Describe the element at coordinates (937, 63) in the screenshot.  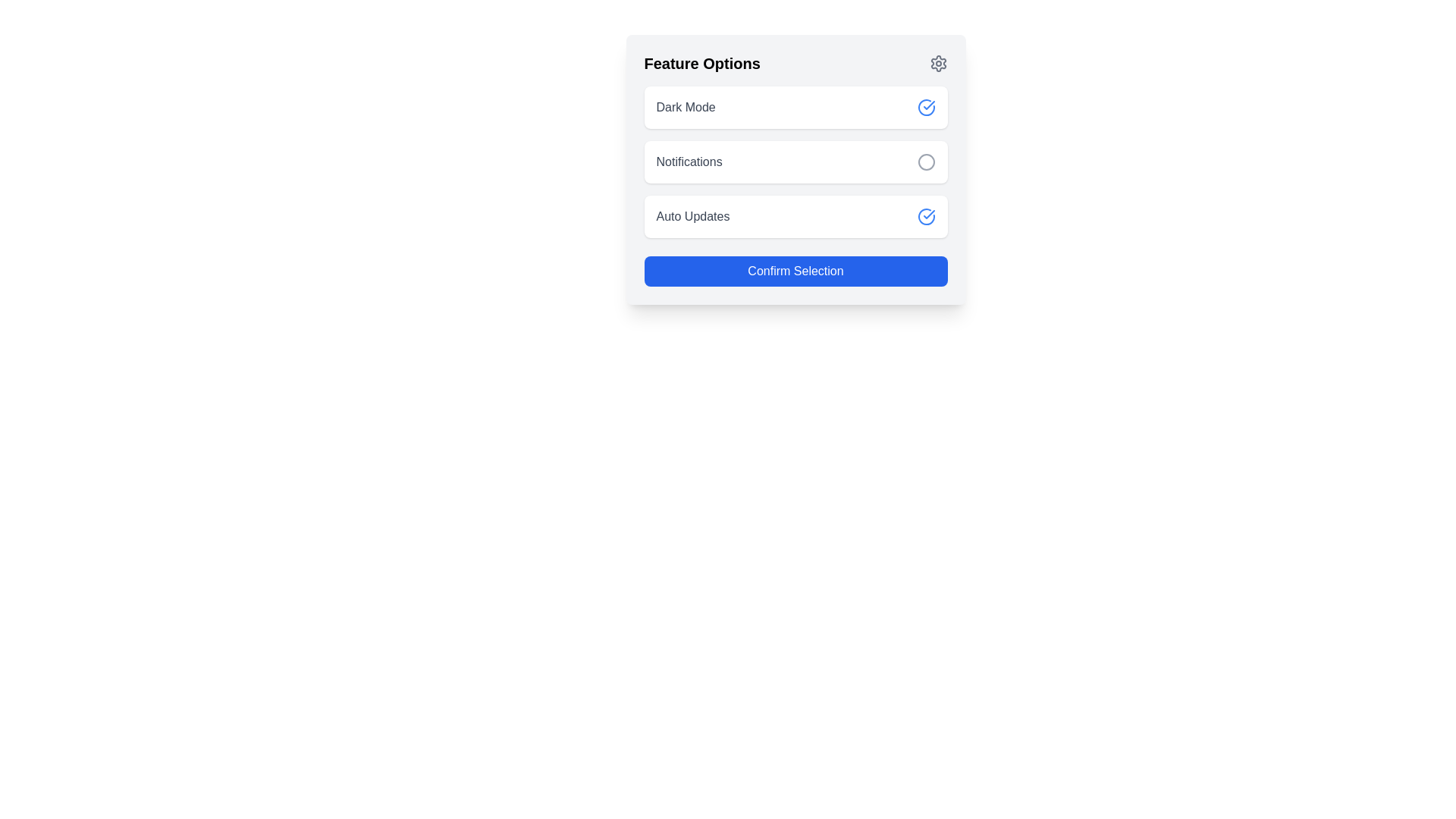
I see `the settings icon resembling a gray cogwheel located at the top-right corner of the 'Feature Options' section` at that location.